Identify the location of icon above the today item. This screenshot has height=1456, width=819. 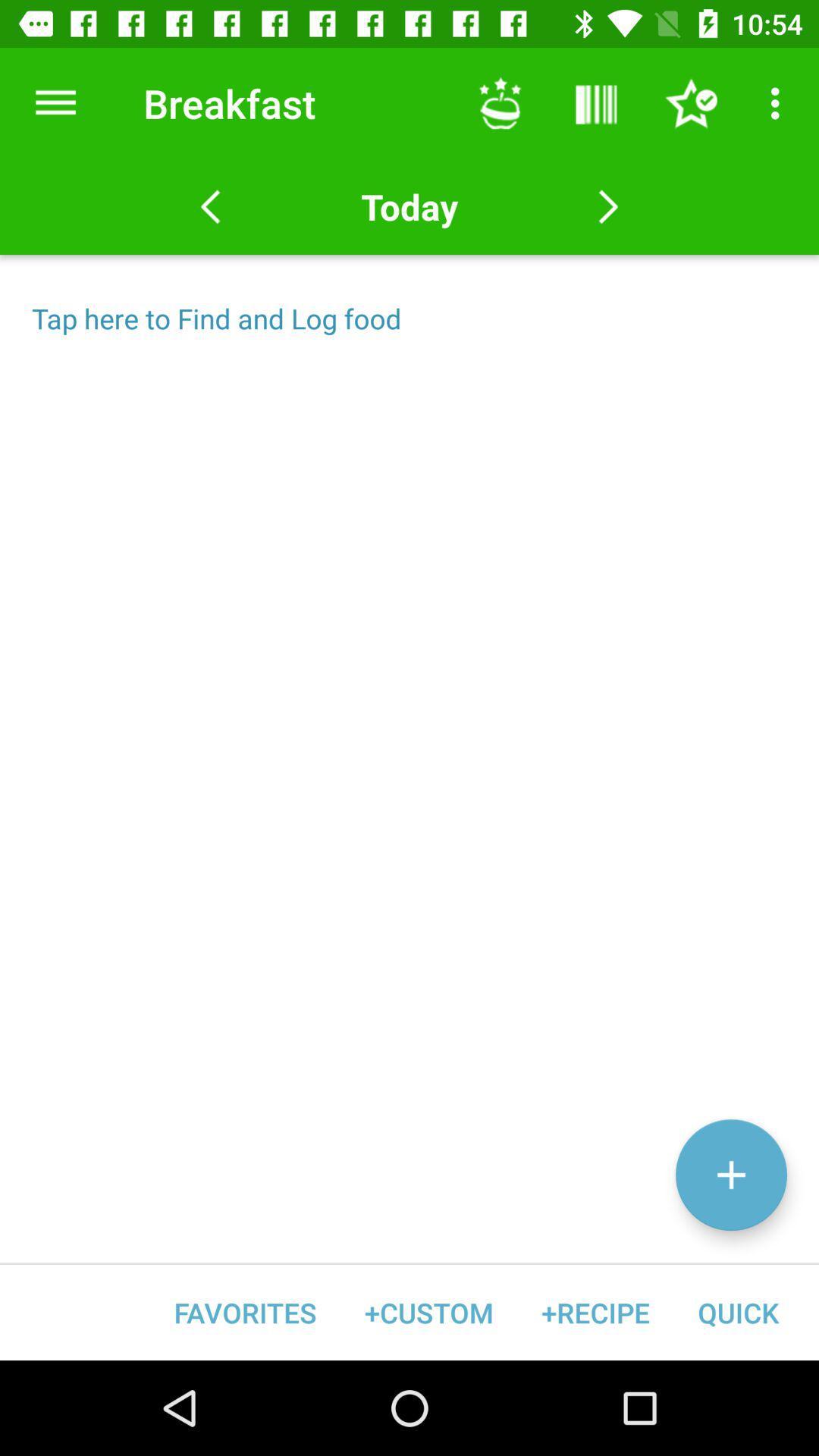
(500, 102).